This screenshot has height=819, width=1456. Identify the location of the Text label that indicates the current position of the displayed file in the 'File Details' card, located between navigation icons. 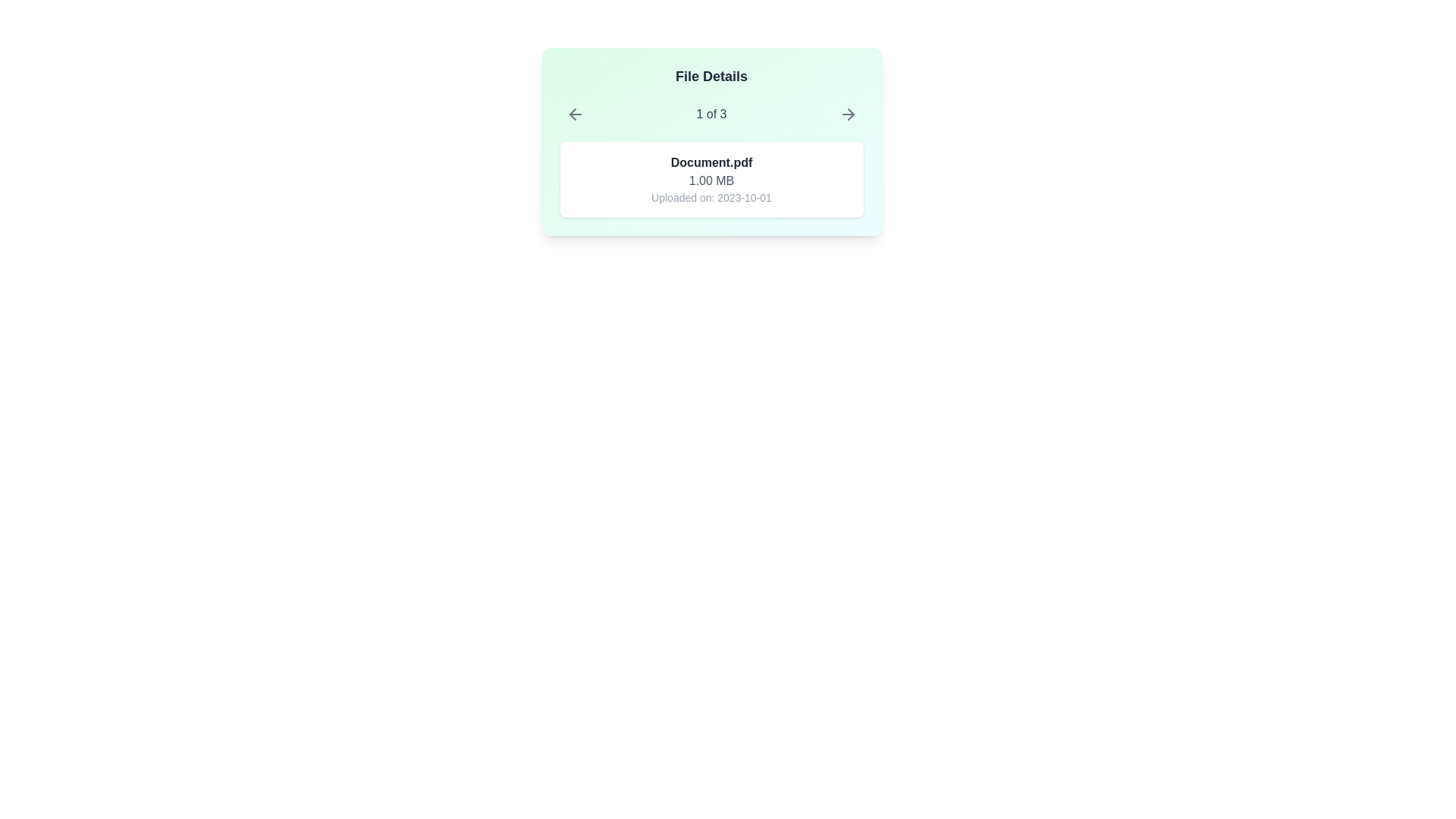
(711, 113).